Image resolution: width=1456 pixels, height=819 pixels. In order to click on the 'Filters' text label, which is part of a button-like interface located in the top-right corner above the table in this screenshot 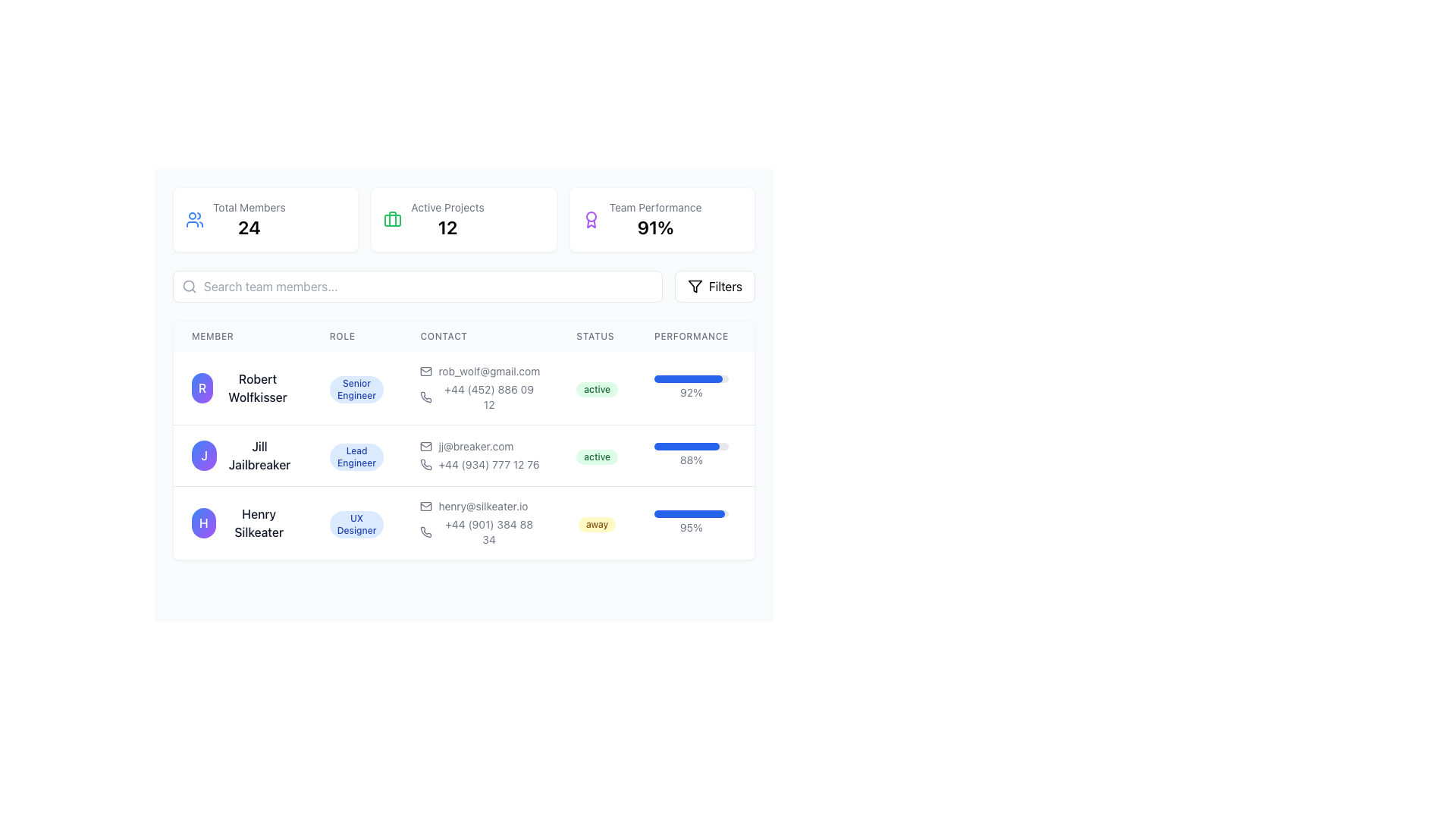, I will do `click(724, 287)`.